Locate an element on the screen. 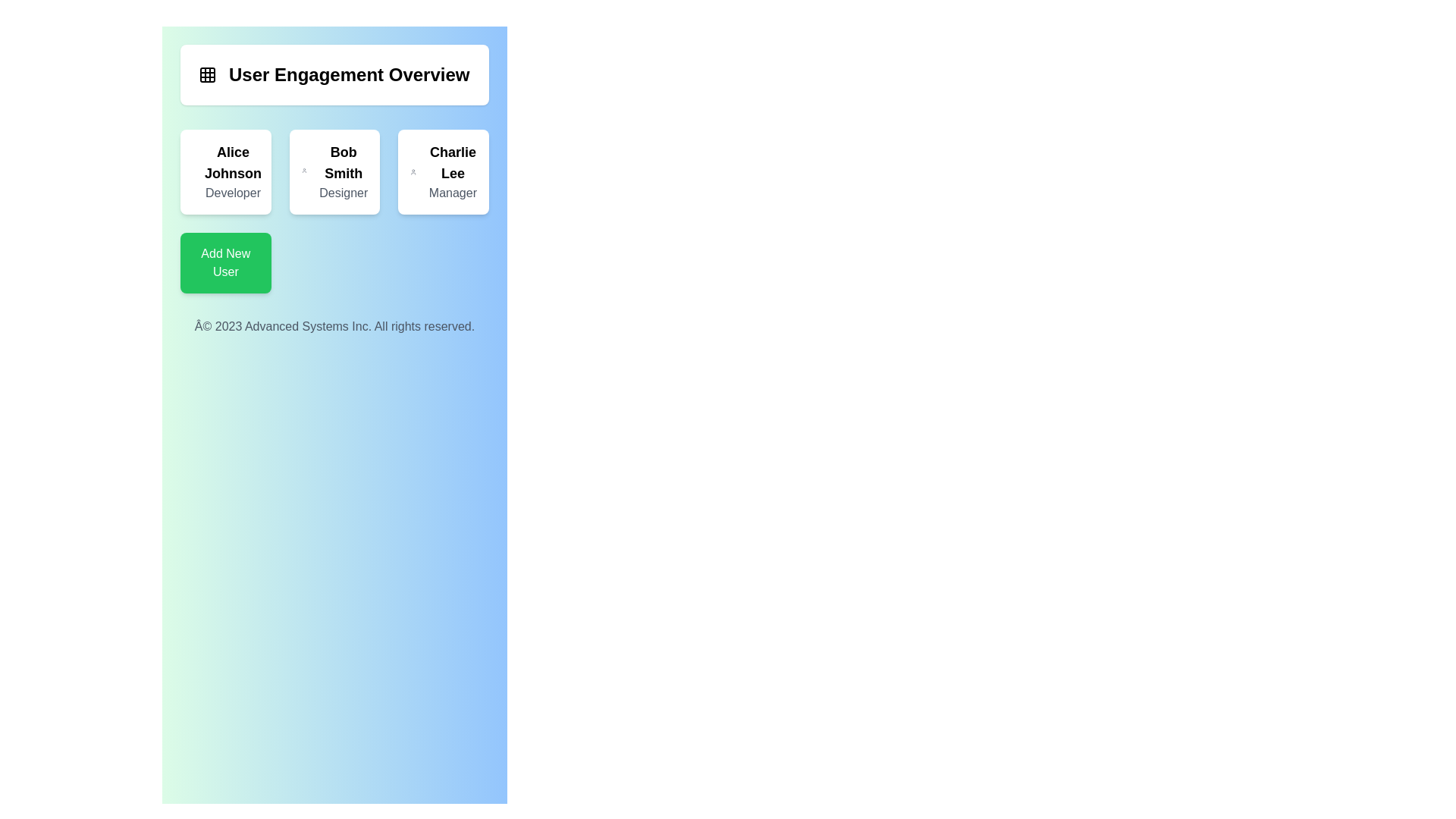 The height and width of the screenshot is (819, 1456). the Header Section that serves as a title for the section, positioned at the top of the layout above the profile cards and 'Add New User' button is located at coordinates (334, 75).